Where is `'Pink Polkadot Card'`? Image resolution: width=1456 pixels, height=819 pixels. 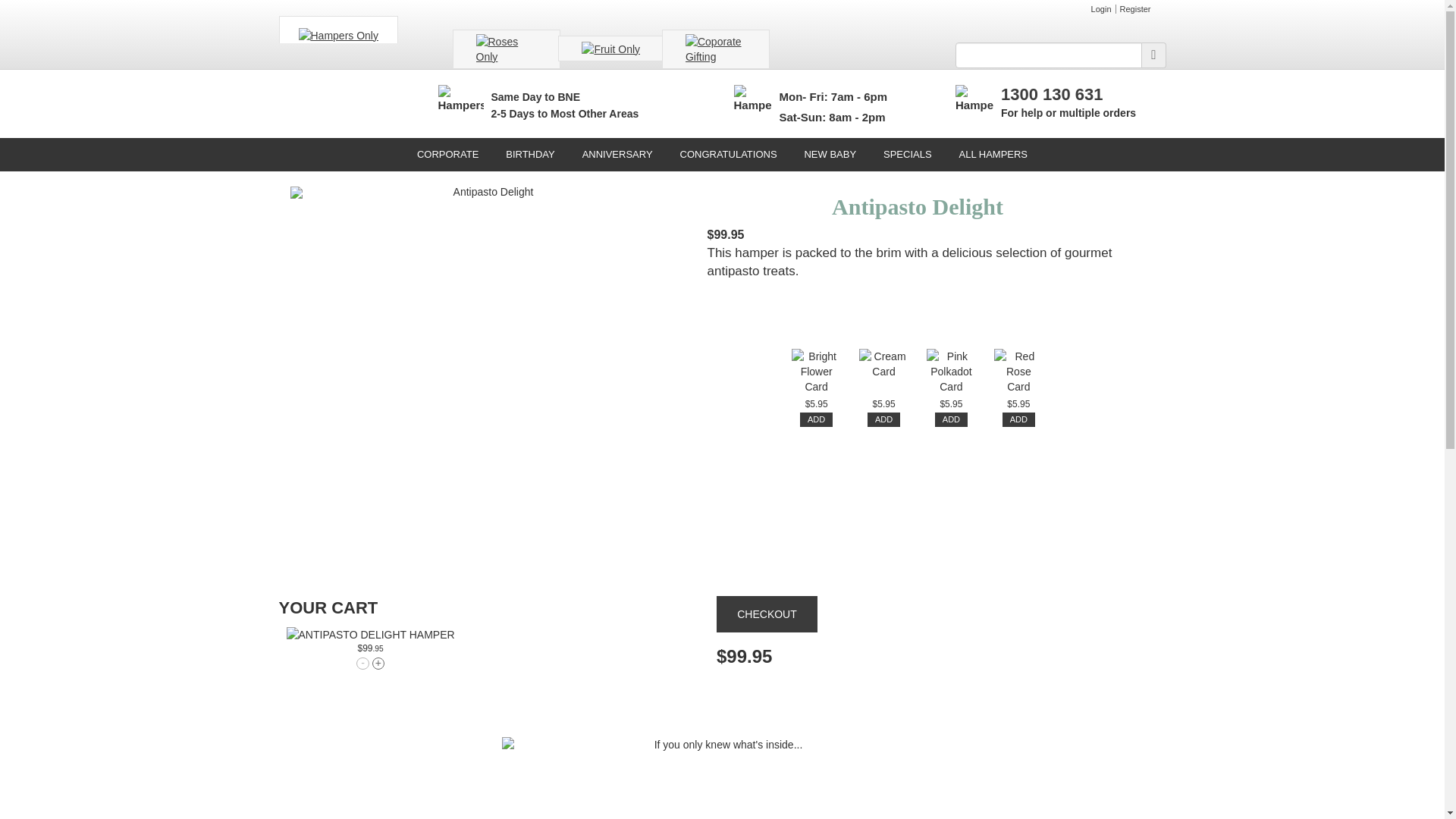 'Pink Polkadot Card' is located at coordinates (950, 373).